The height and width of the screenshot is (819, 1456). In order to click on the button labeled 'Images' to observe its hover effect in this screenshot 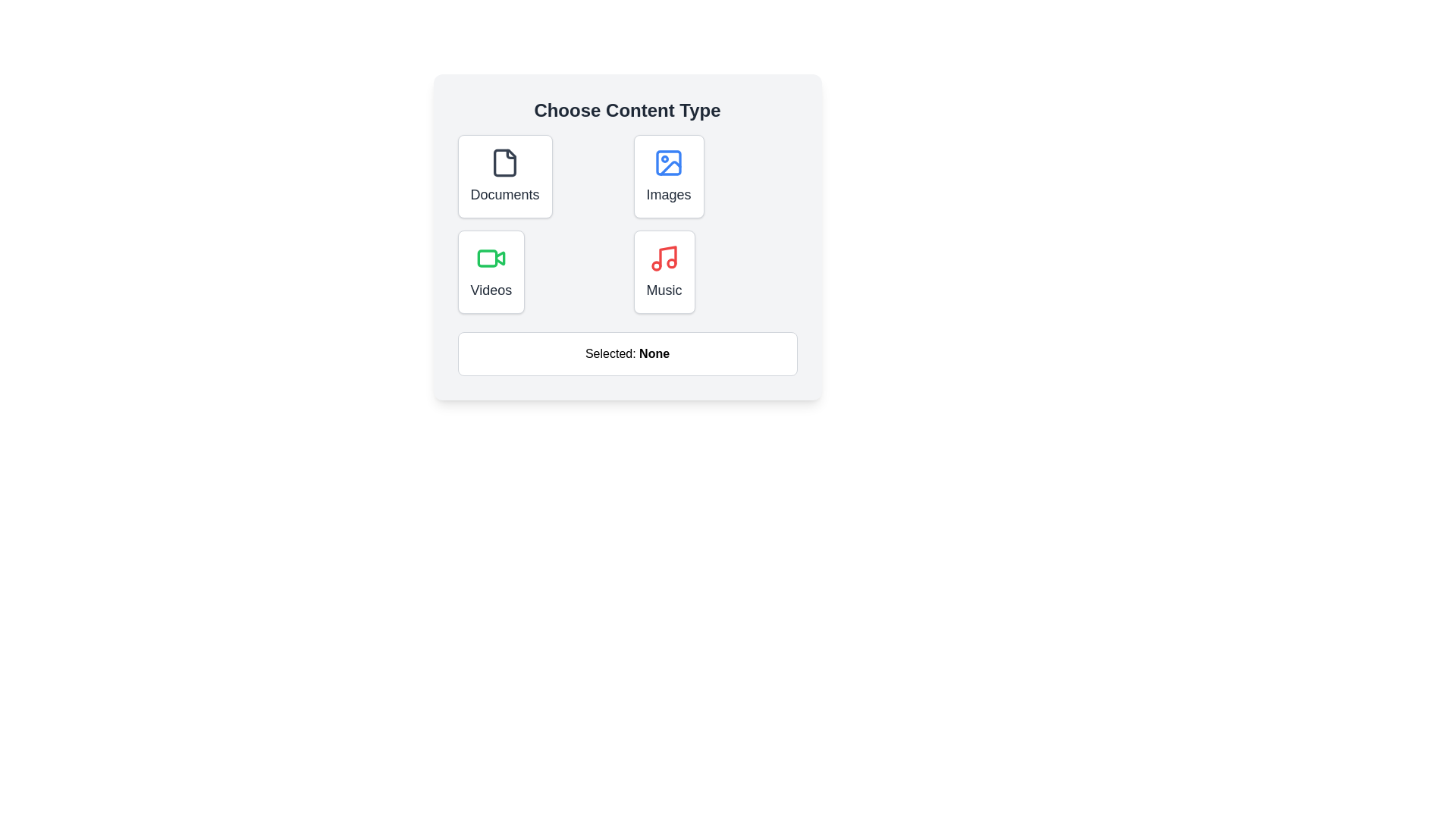, I will do `click(668, 175)`.